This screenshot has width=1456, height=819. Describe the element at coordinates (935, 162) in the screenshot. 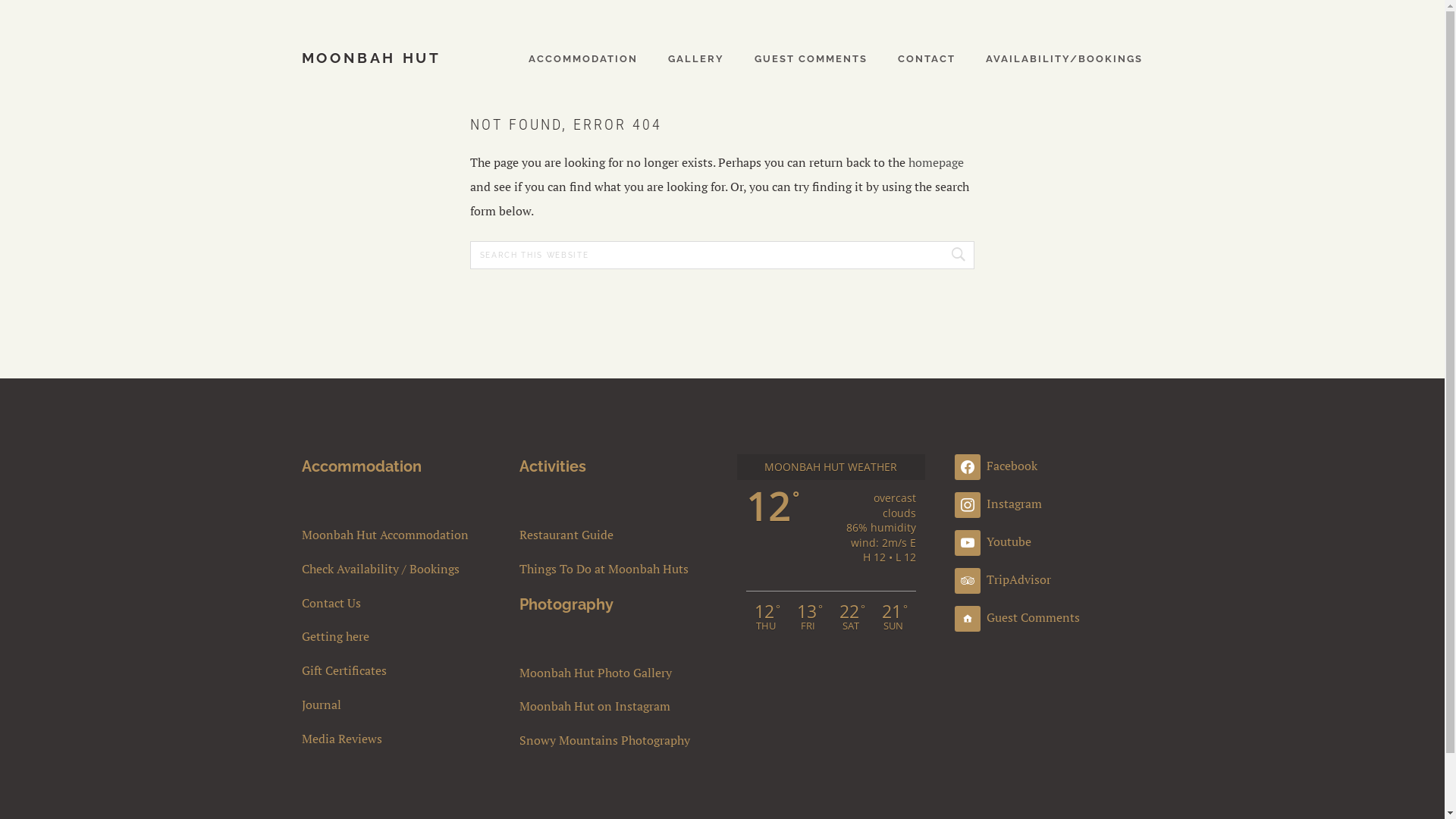

I see `'homepage'` at that location.